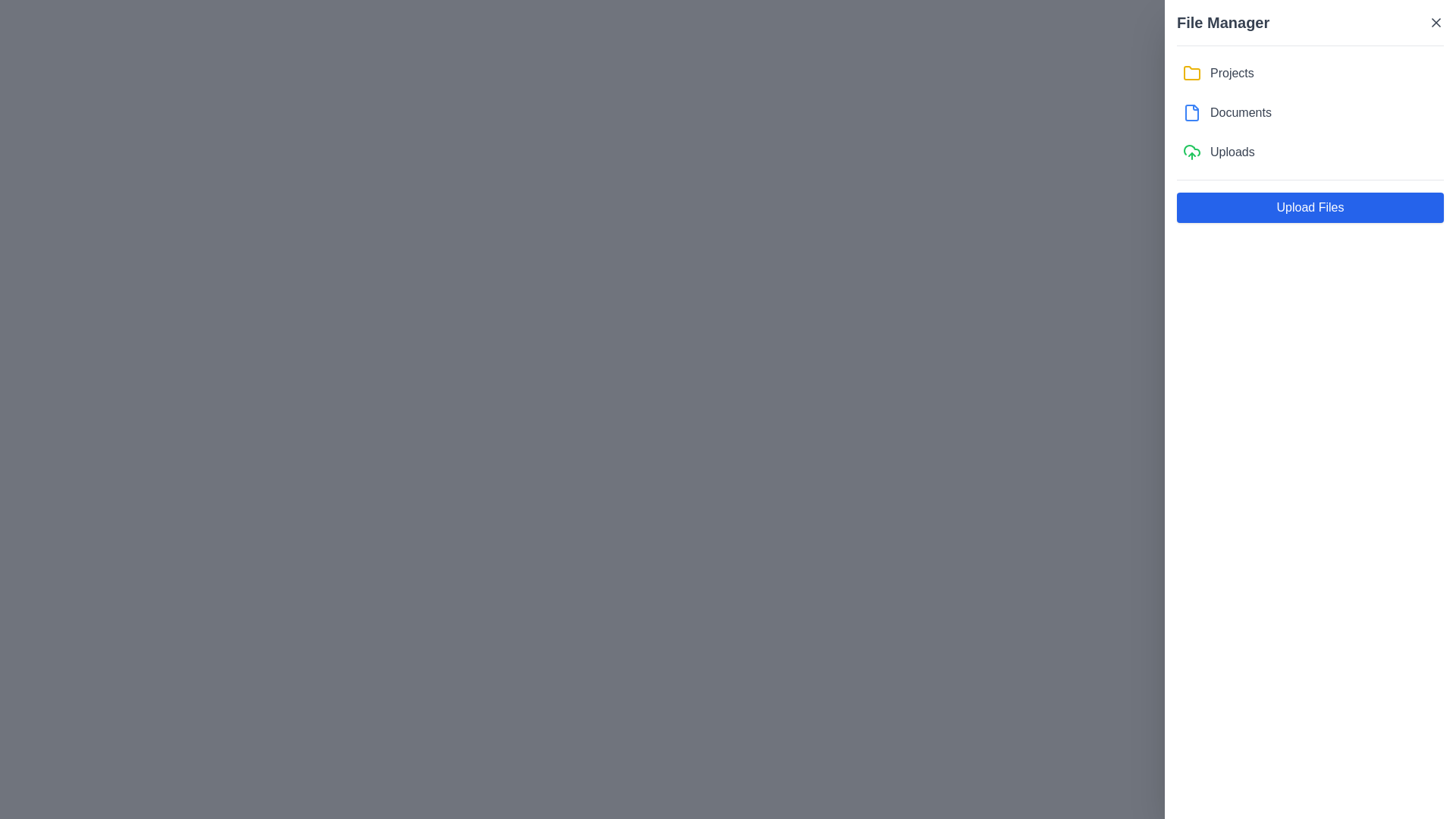 The height and width of the screenshot is (819, 1456). What do you see at coordinates (1191, 73) in the screenshot?
I see `the yellow folder icon in the sidebar navigation` at bounding box center [1191, 73].